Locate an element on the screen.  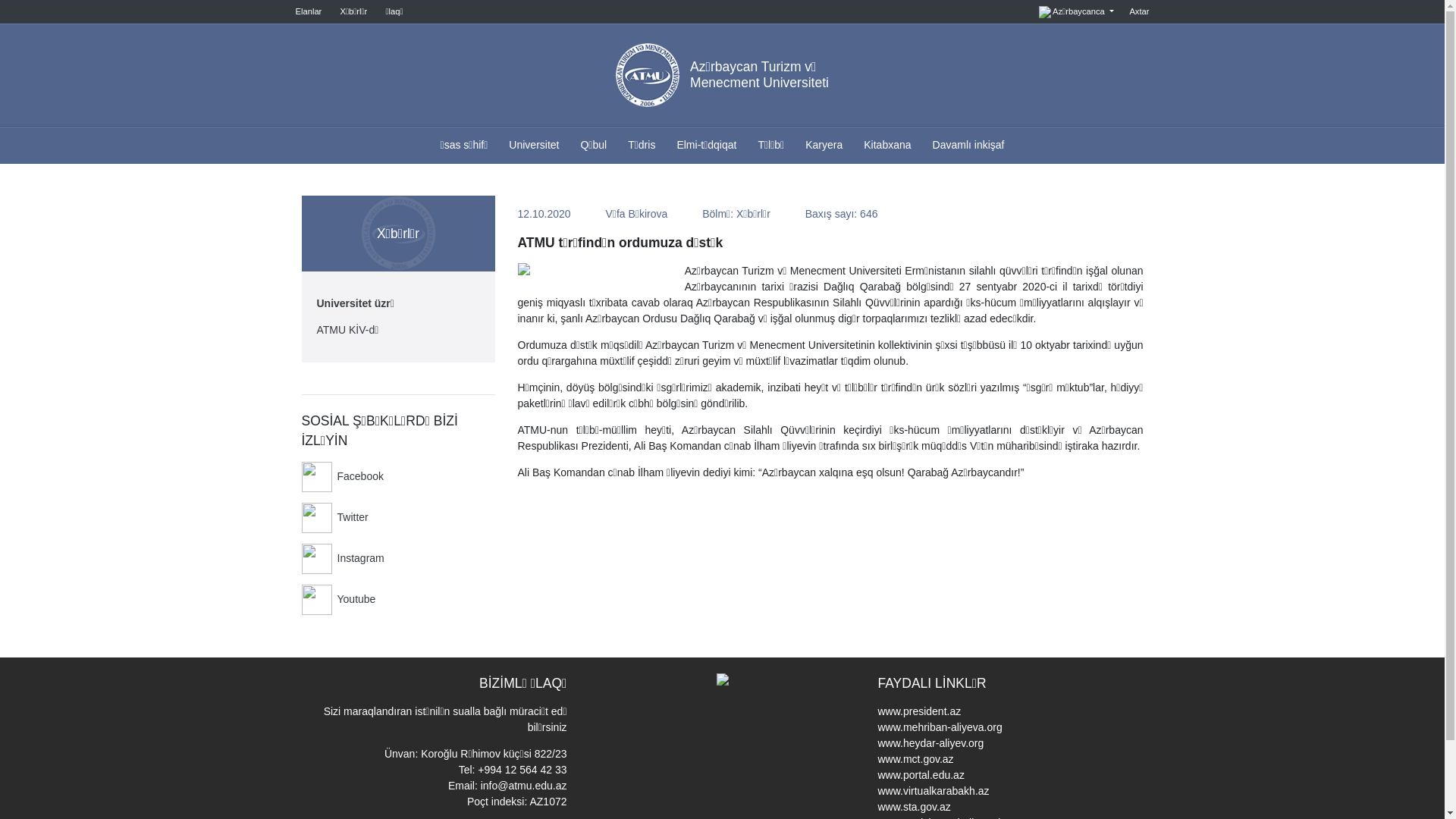
'www.mehriban-aliyeva.org' is located at coordinates (877, 726).